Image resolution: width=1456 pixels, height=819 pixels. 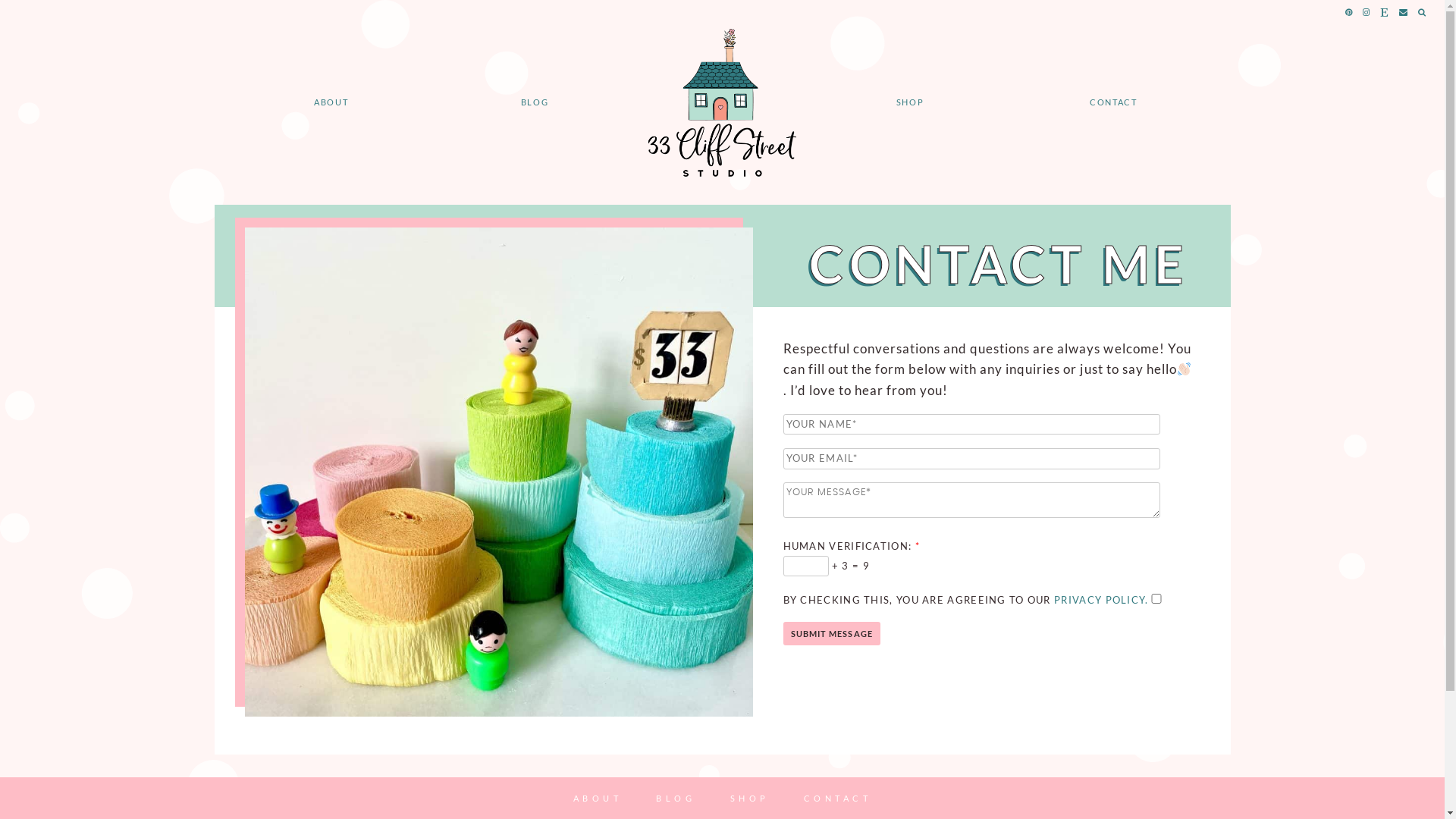 What do you see at coordinates (1101, 598) in the screenshot?
I see `'PRIVACY POLICY.'` at bounding box center [1101, 598].